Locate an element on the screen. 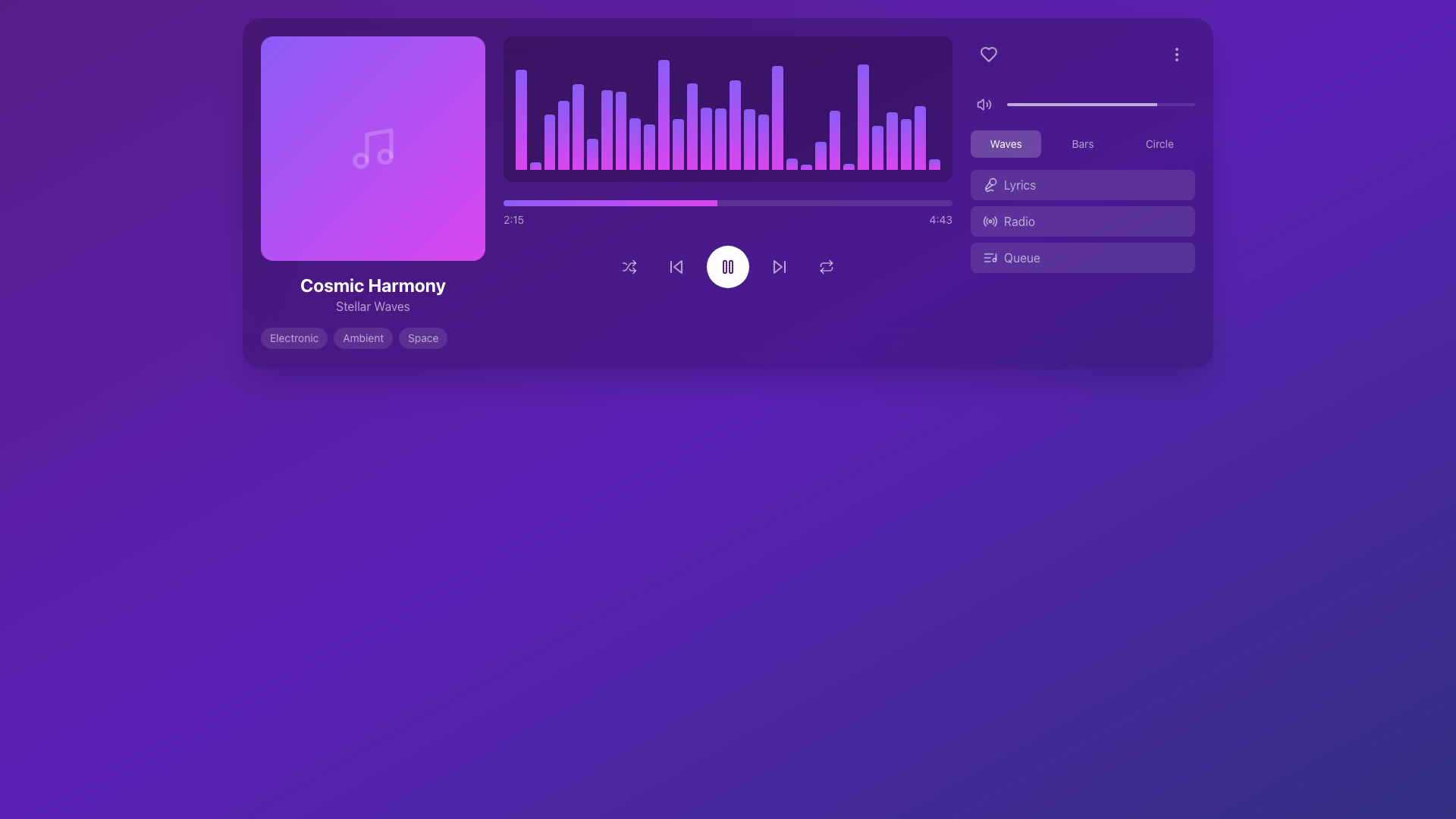 This screenshot has height=819, width=1456. the progress bar value is located at coordinates (535, 202).